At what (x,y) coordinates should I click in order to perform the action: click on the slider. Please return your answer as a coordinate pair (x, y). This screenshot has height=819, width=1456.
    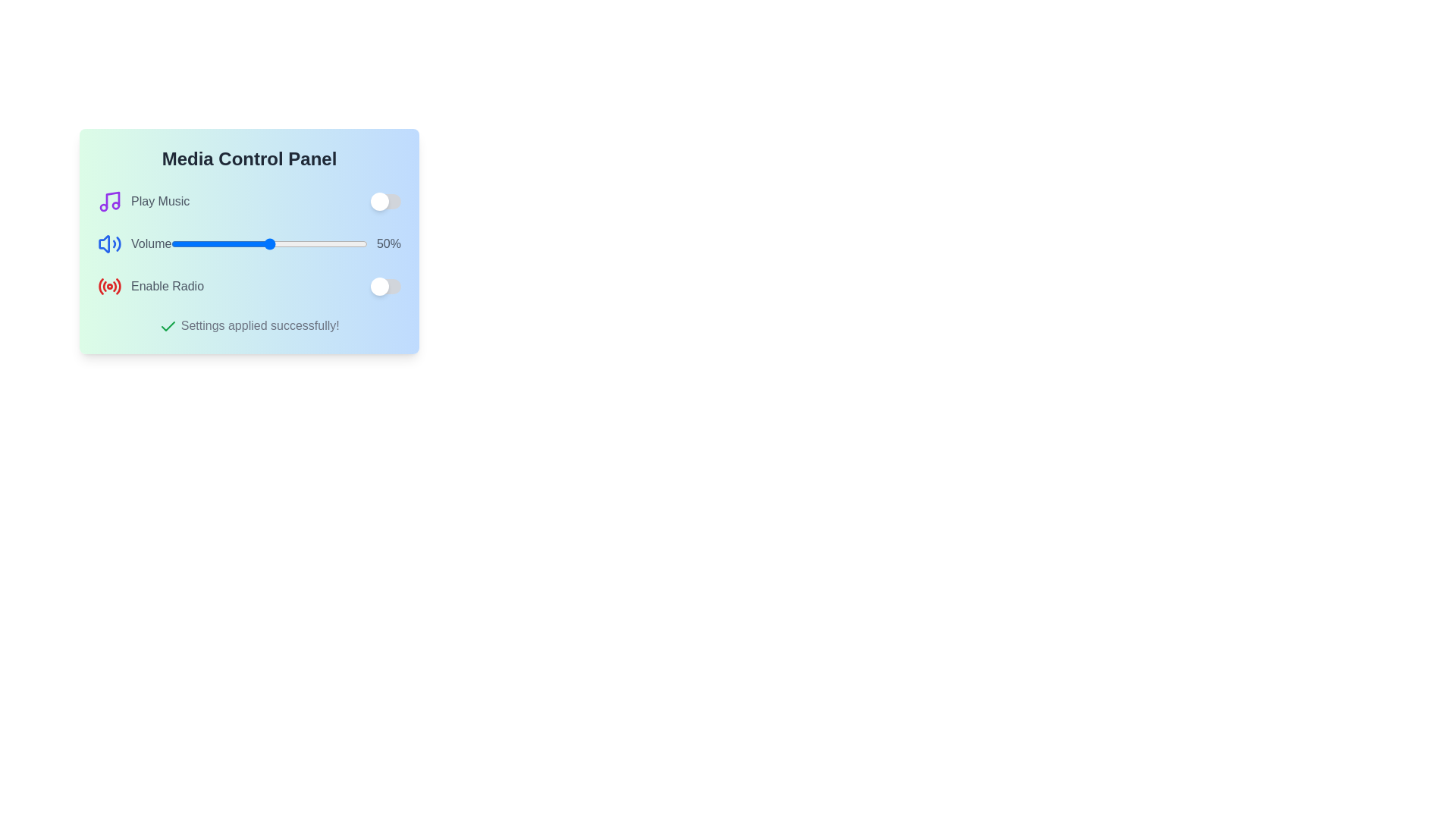
    Looking at the image, I should click on (173, 243).